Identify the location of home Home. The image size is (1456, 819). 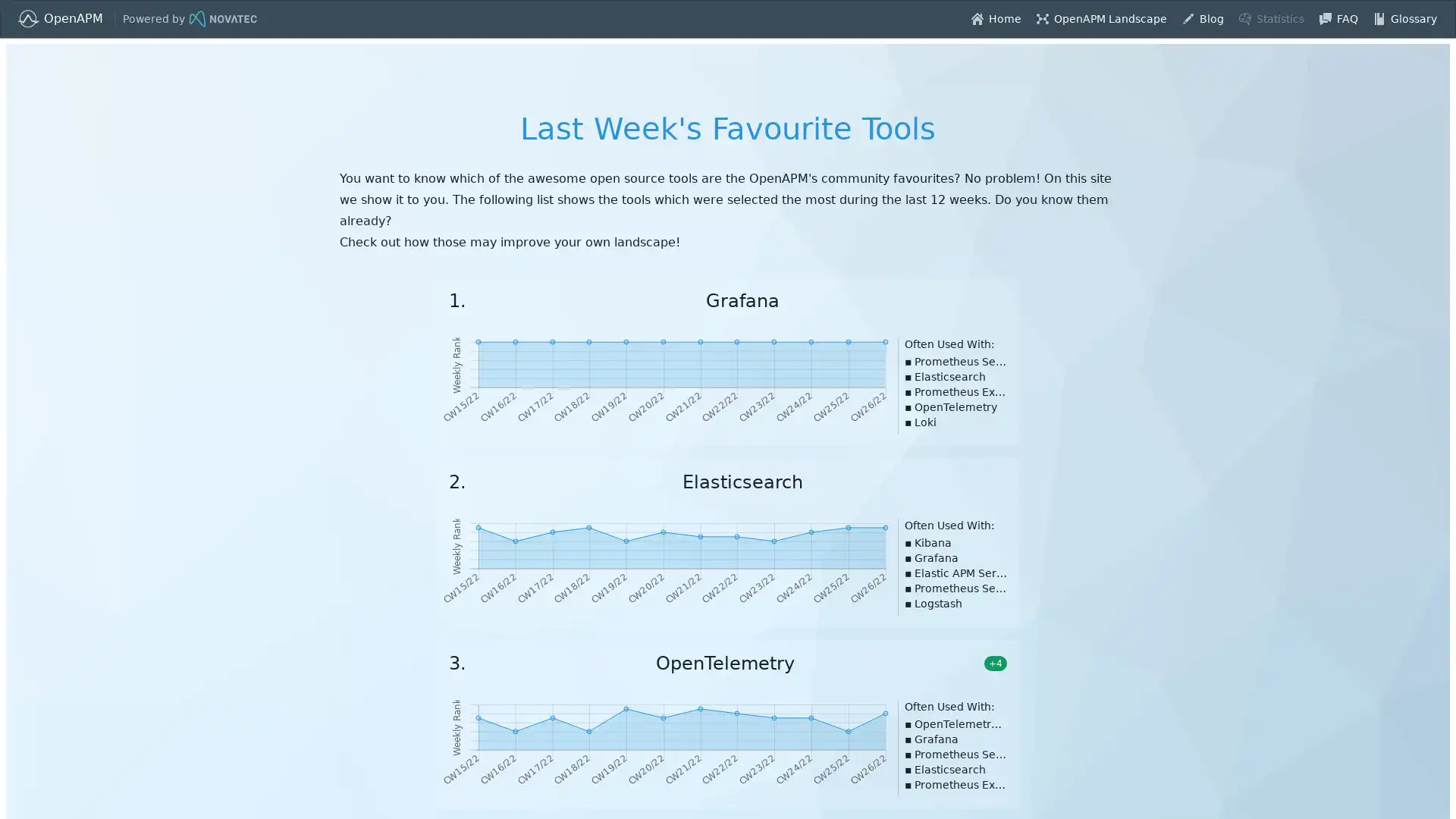
(996, 18).